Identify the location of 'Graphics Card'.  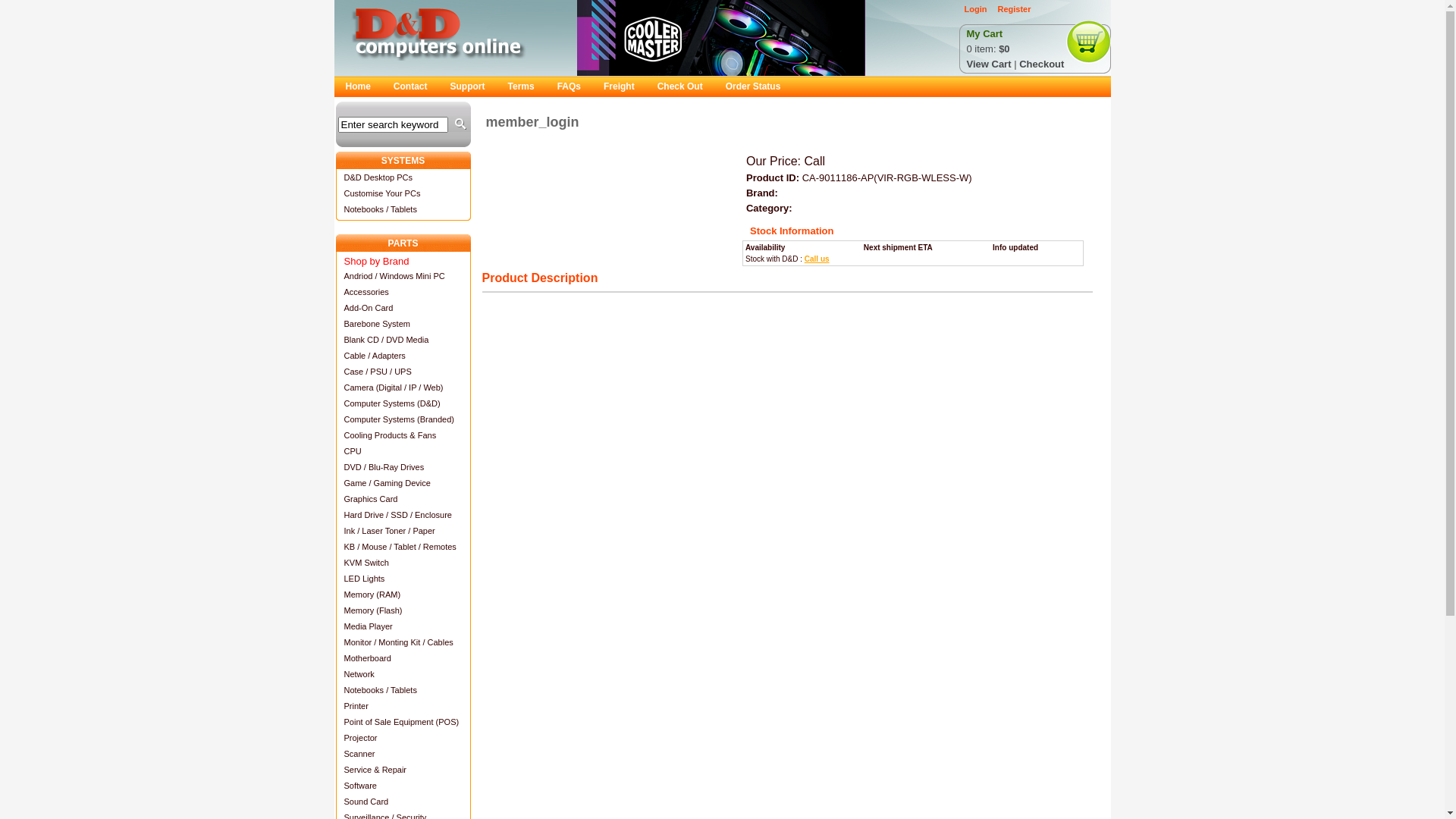
(403, 498).